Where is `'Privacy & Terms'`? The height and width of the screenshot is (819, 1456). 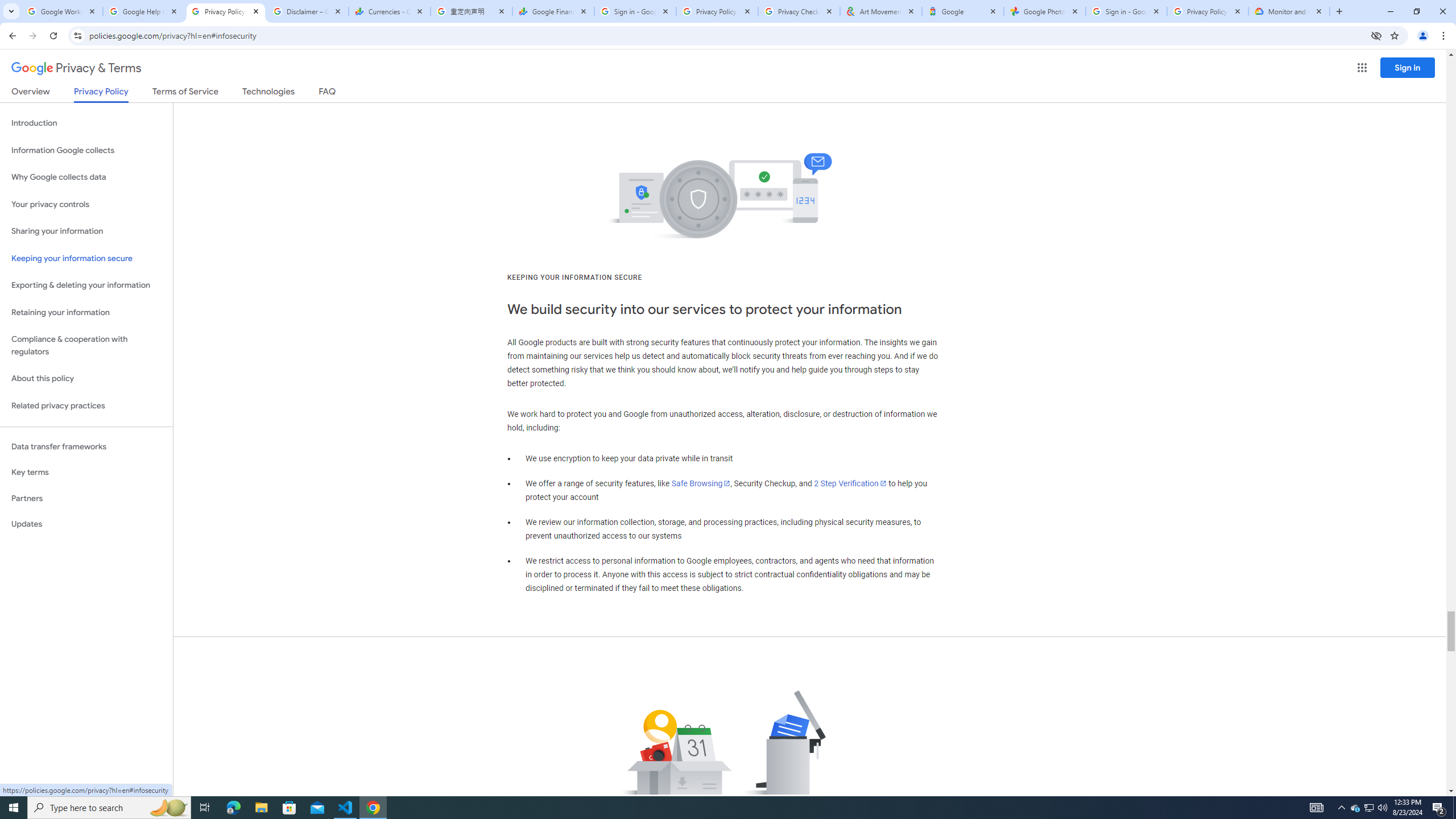 'Privacy & Terms' is located at coordinates (76, 68).